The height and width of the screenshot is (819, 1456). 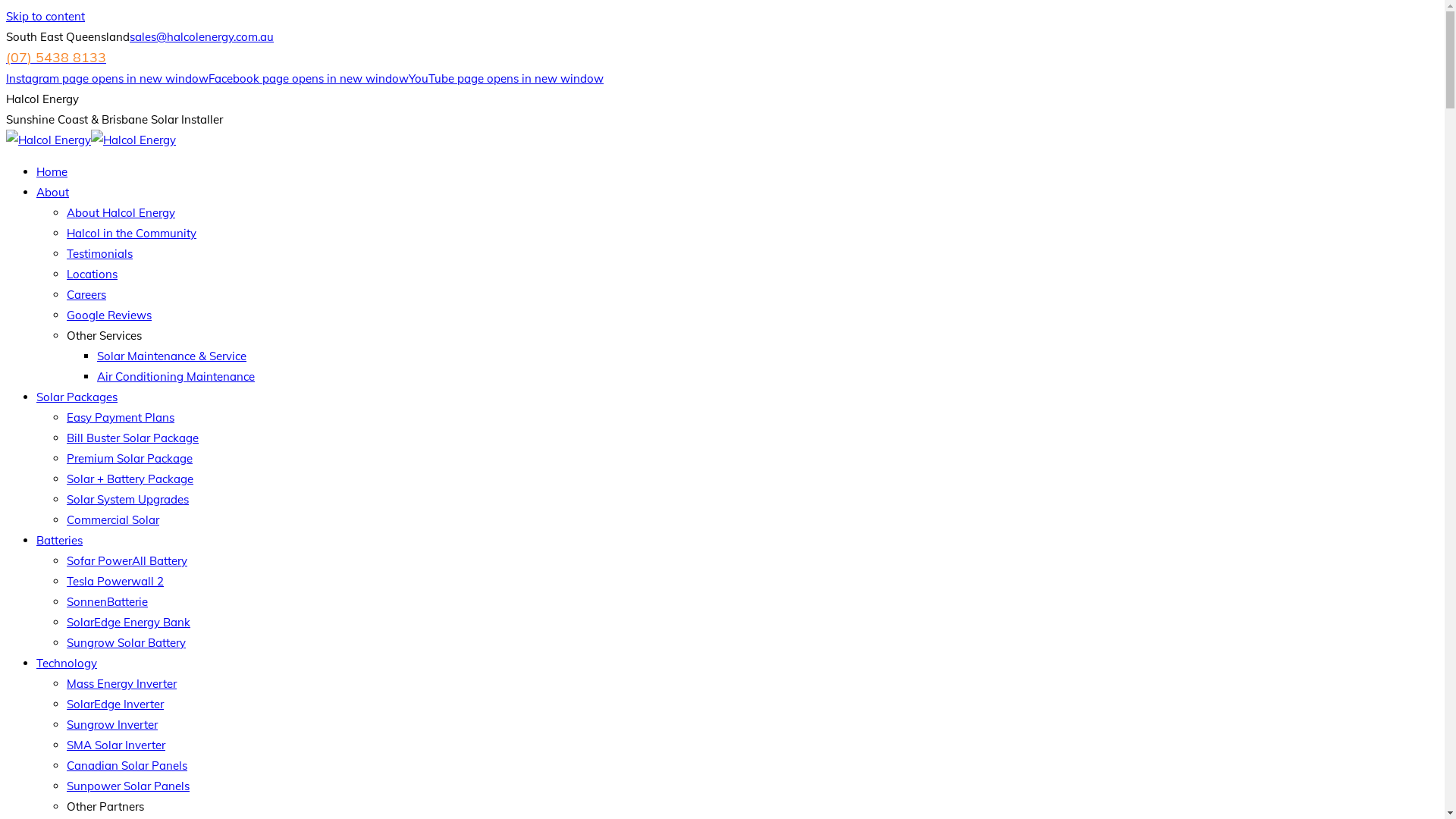 I want to click on 'Locations', so click(x=91, y=274).